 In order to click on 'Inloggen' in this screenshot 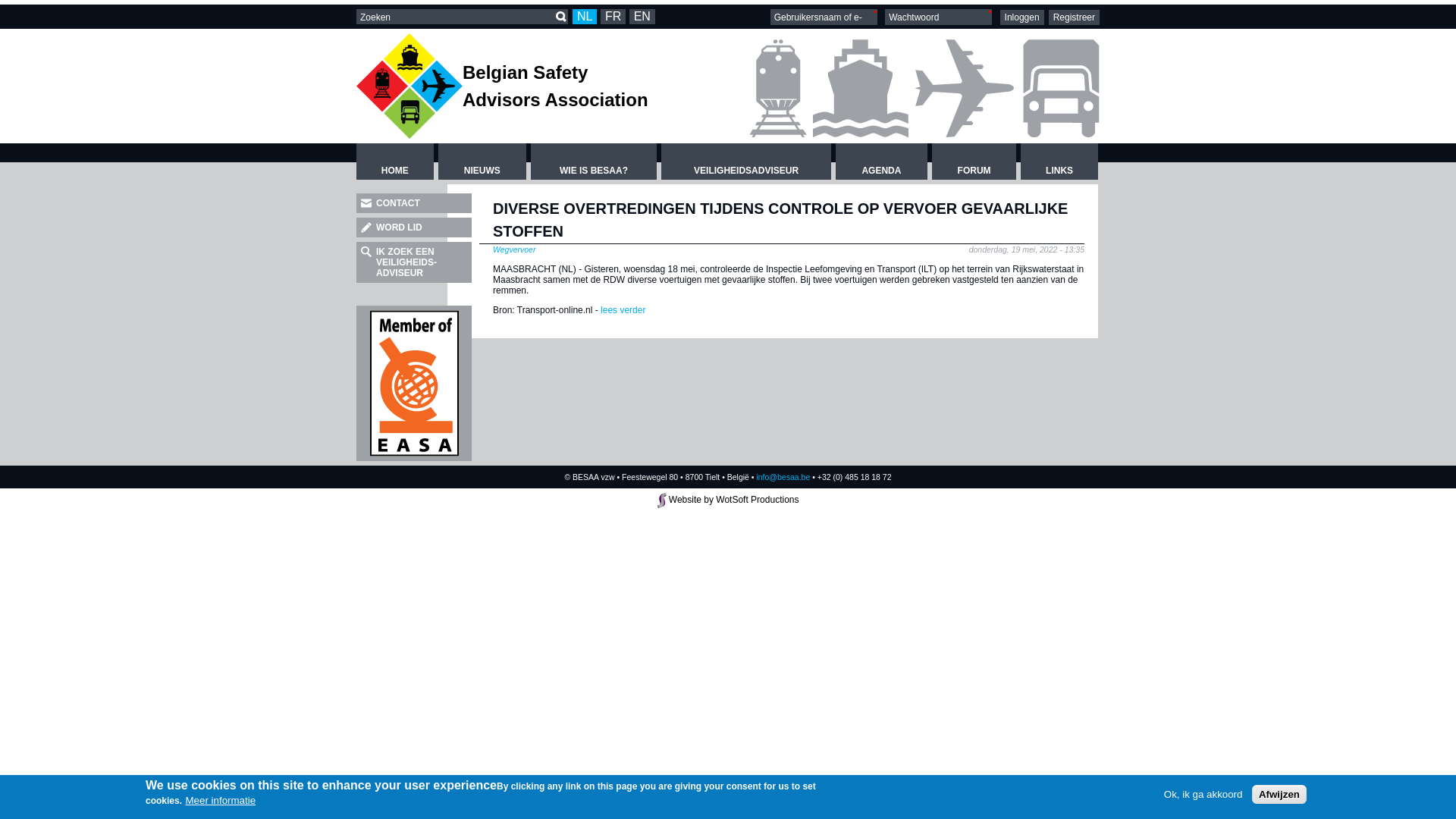, I will do `click(1022, 17)`.